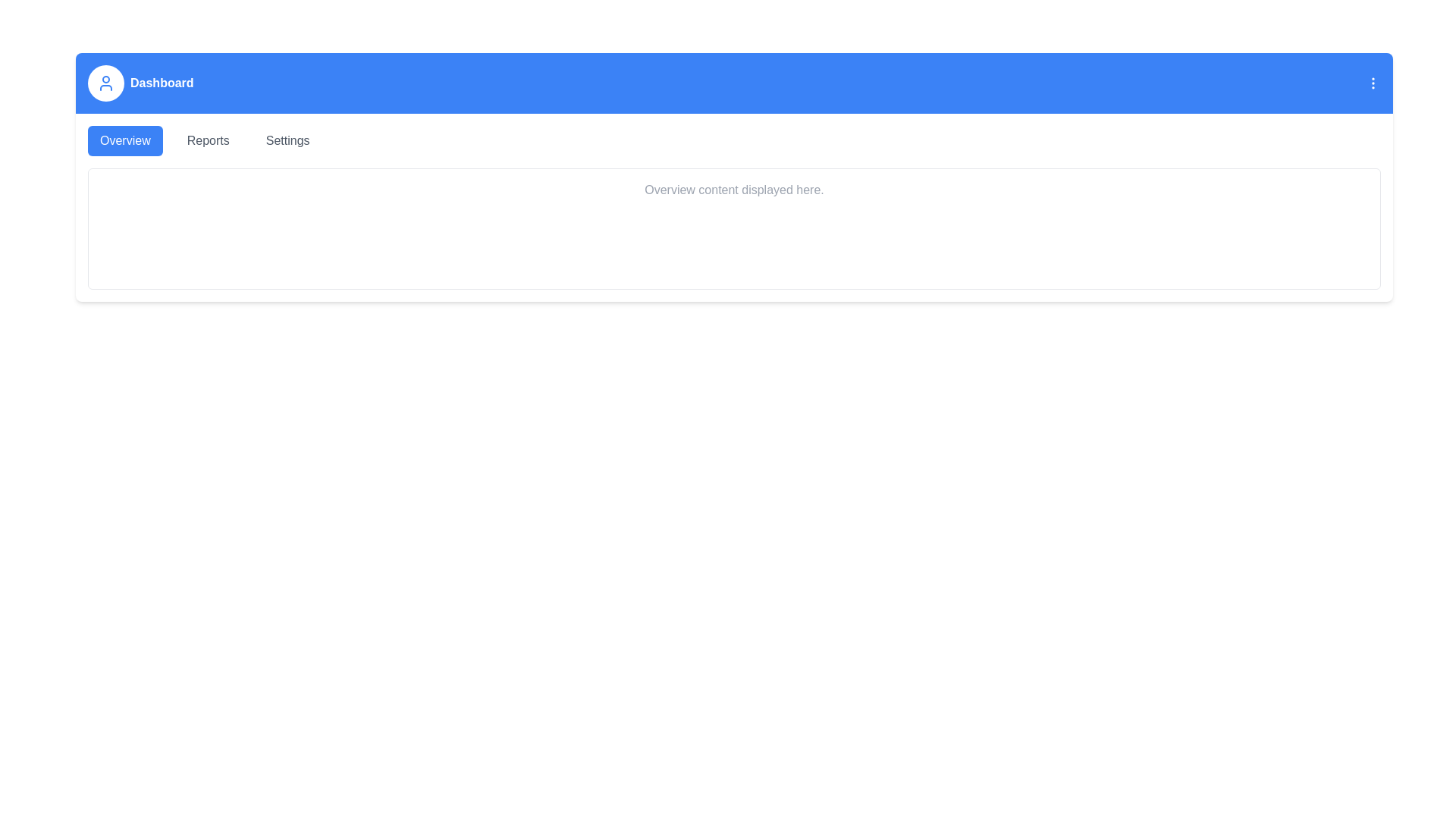 The height and width of the screenshot is (819, 1456). What do you see at coordinates (207, 140) in the screenshot?
I see `the 'Reports' navigation button, which is the second button in a horizontal row of buttons labeled 'Overview', 'Reports', and 'Settings'` at bounding box center [207, 140].